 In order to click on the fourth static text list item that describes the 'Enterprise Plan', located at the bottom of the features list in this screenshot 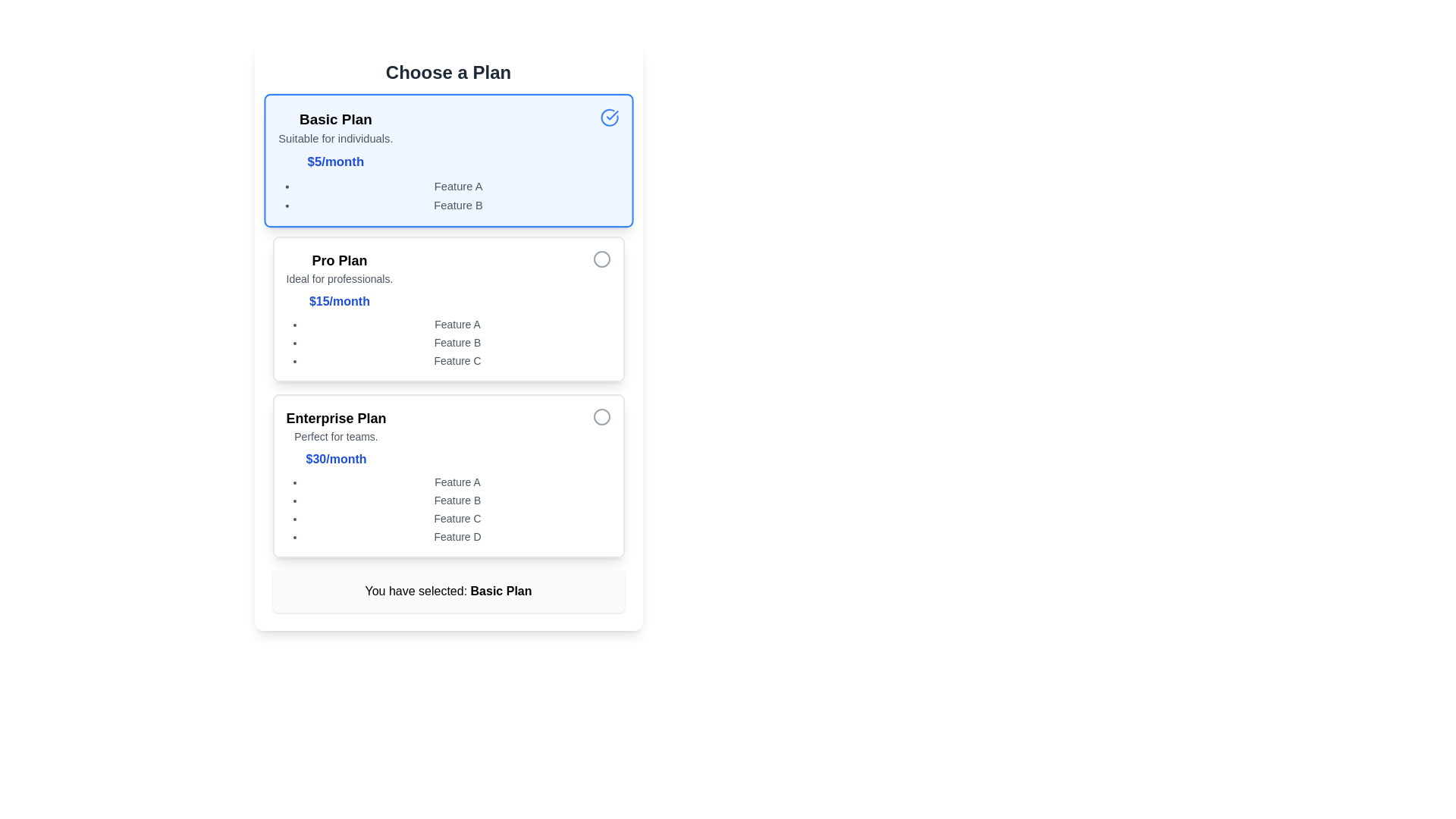, I will do `click(457, 536)`.